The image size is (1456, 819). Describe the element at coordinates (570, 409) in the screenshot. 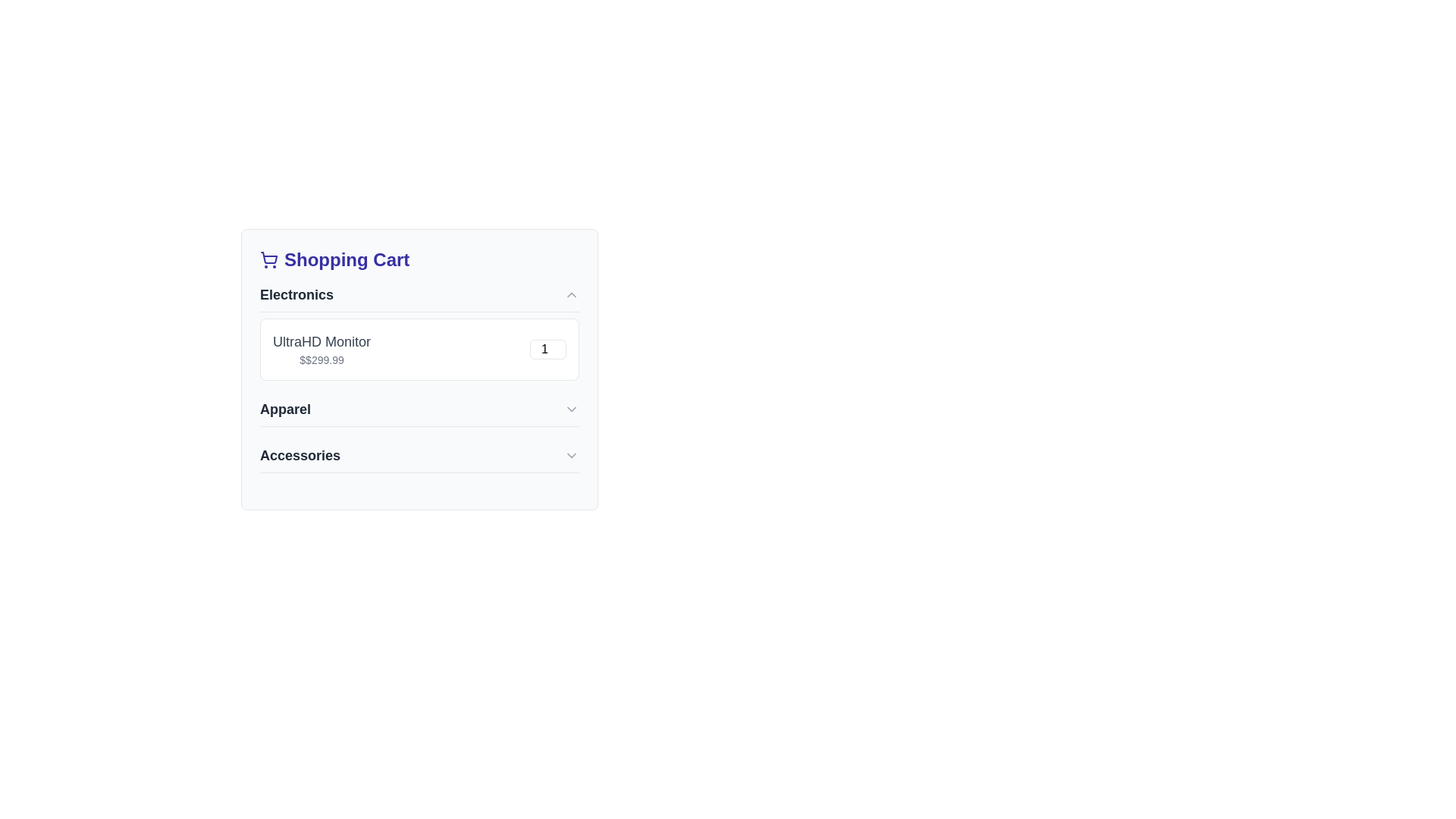

I see `the Chevron dropdown toggle icon located to the far right of the 'Apparel' row` at that location.